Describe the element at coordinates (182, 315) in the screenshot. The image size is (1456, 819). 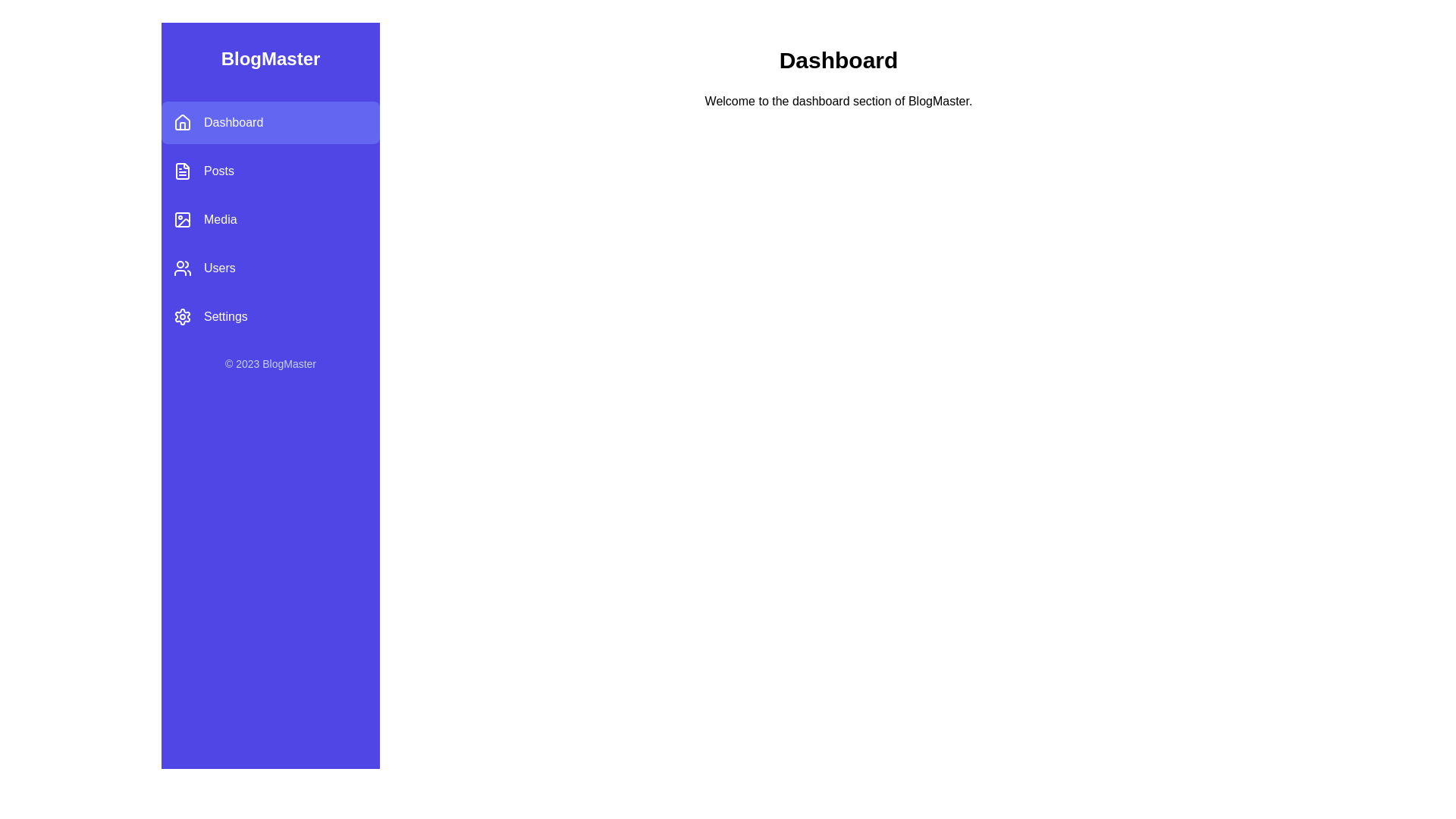
I see `the cogwheel icon labeled 'Settings' located at the bottom of the vertical navigation menu` at that location.